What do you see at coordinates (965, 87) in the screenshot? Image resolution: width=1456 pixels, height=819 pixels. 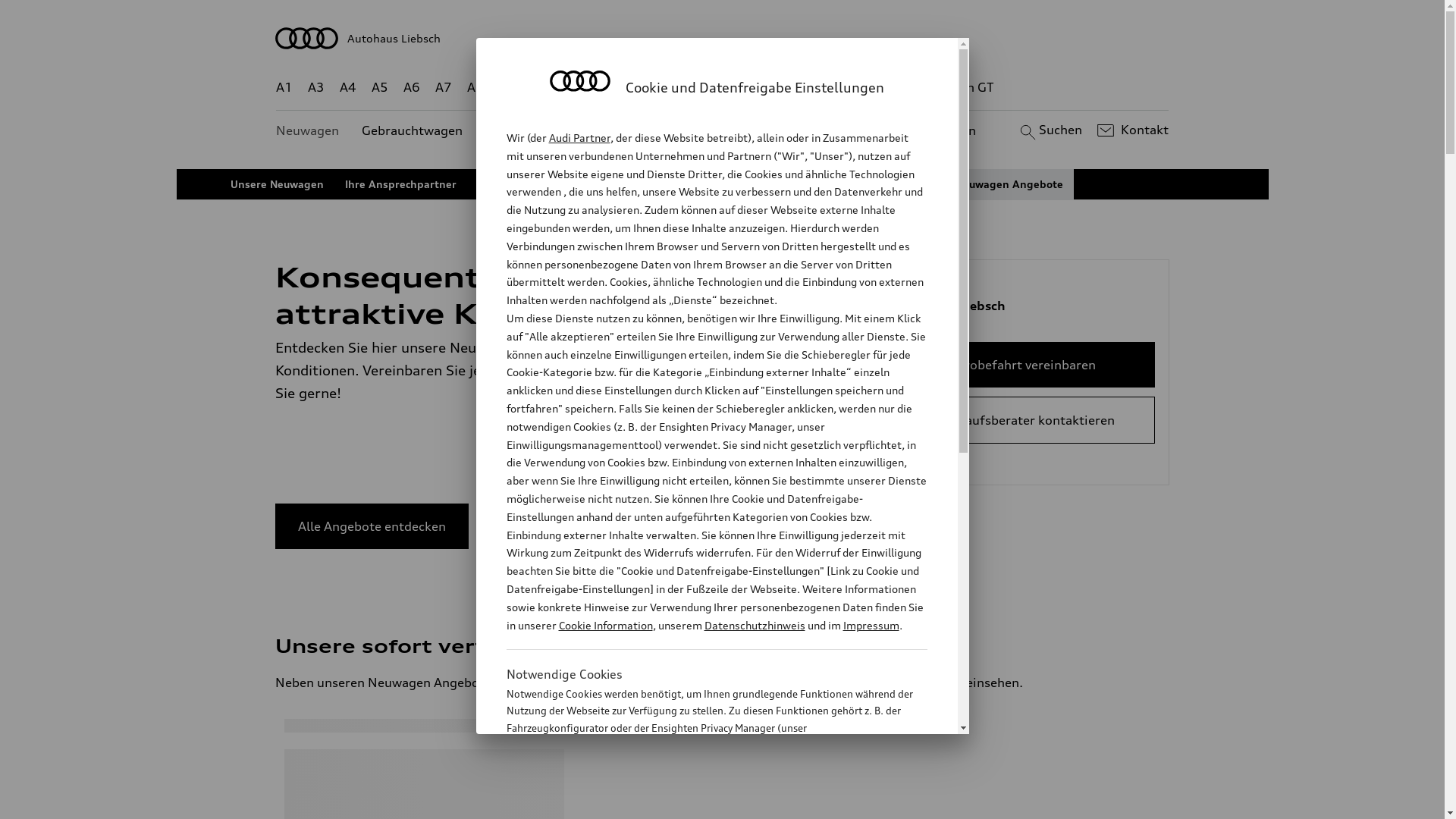 I see `'e-tron GT'` at bounding box center [965, 87].